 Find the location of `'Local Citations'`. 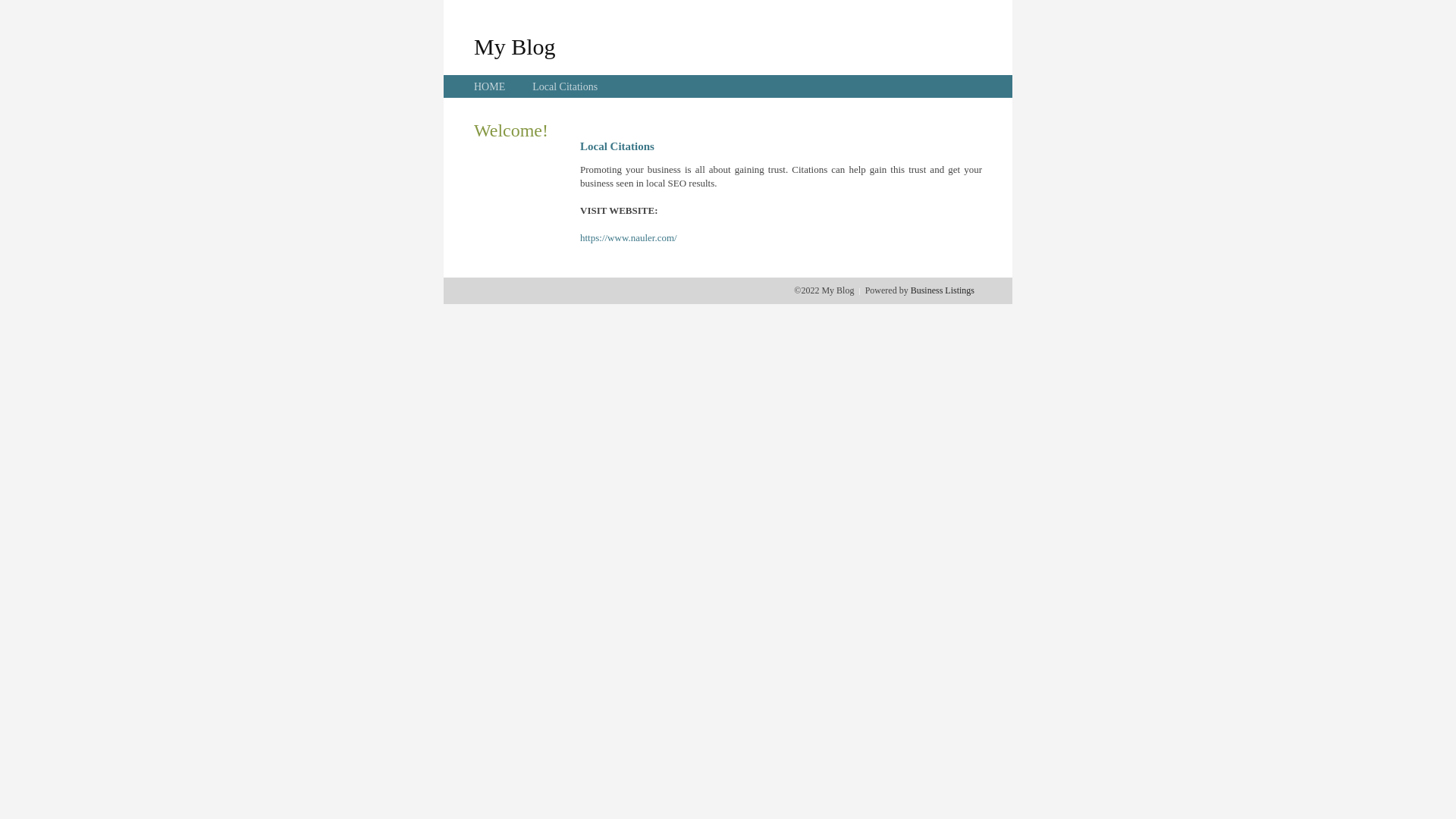

'Local Citations' is located at coordinates (563, 86).